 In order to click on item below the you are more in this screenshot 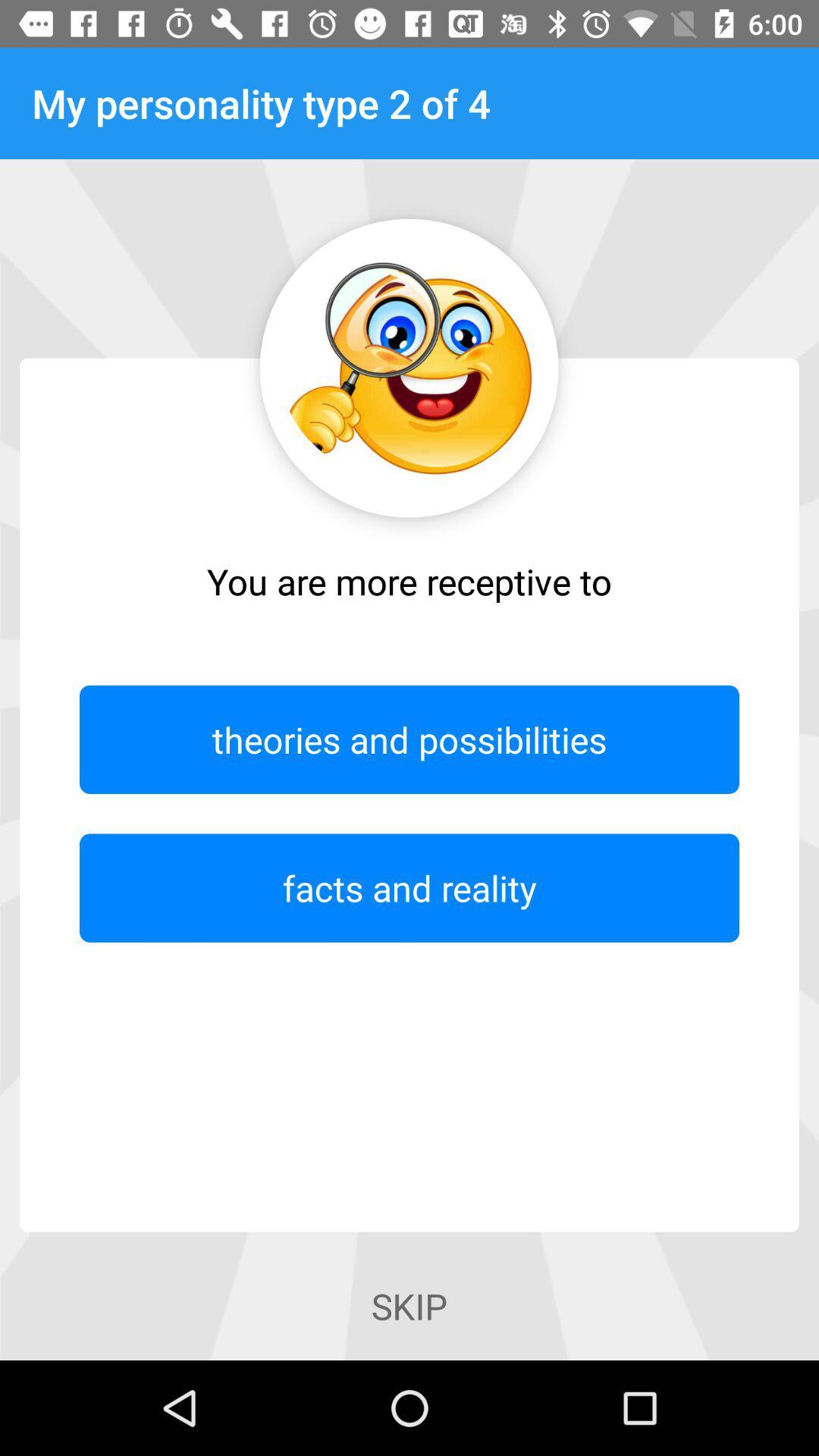, I will do `click(409, 739)`.